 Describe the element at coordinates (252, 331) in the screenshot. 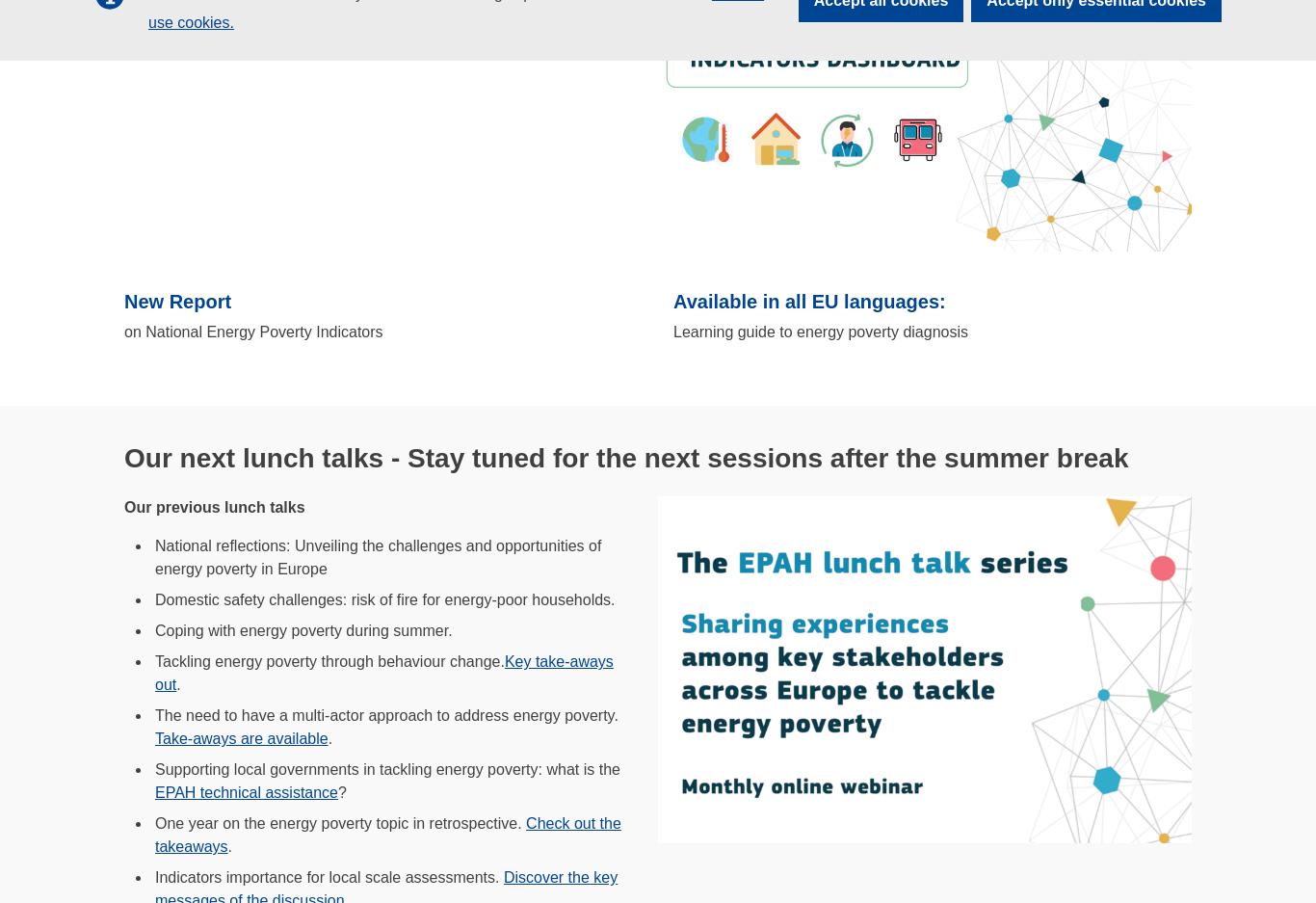

I see `'on National Energy Poverty Indicators'` at that location.